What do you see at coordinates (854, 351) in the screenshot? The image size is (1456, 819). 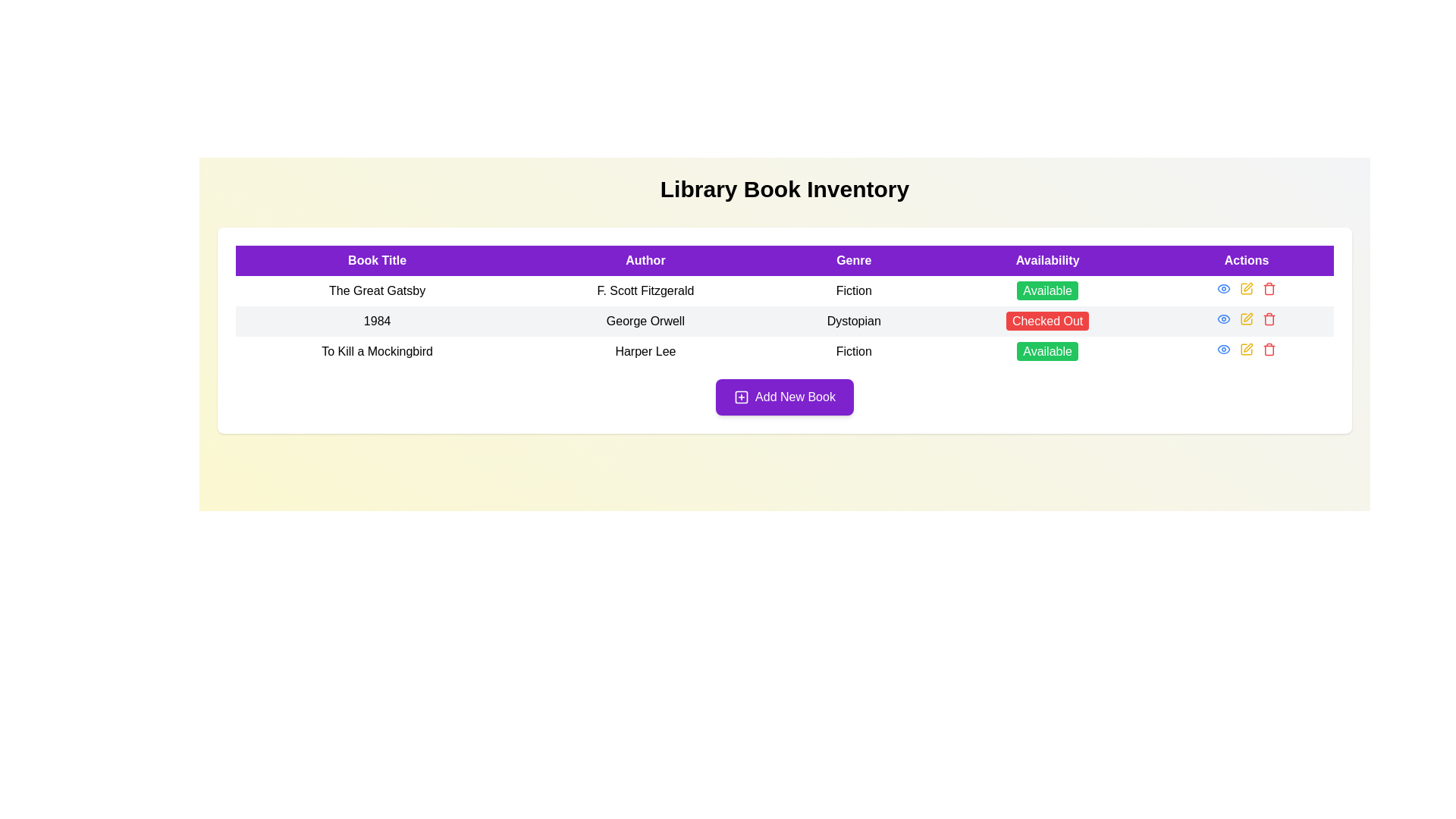 I see `the Text label that displays the genre of the book in the third row of the table under the 'Genre' column, which is aligned with the 'Author' and 'Availability' columns` at bounding box center [854, 351].